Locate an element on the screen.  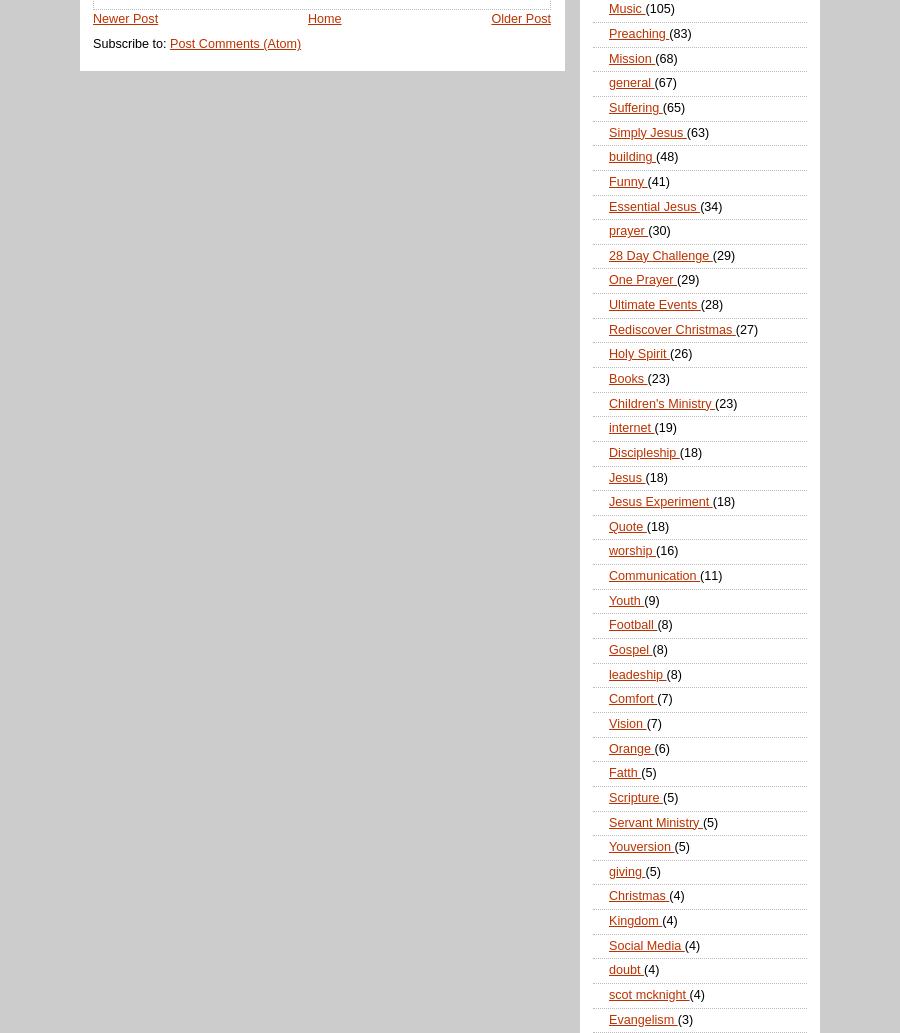
'(28)' is located at coordinates (710, 304).